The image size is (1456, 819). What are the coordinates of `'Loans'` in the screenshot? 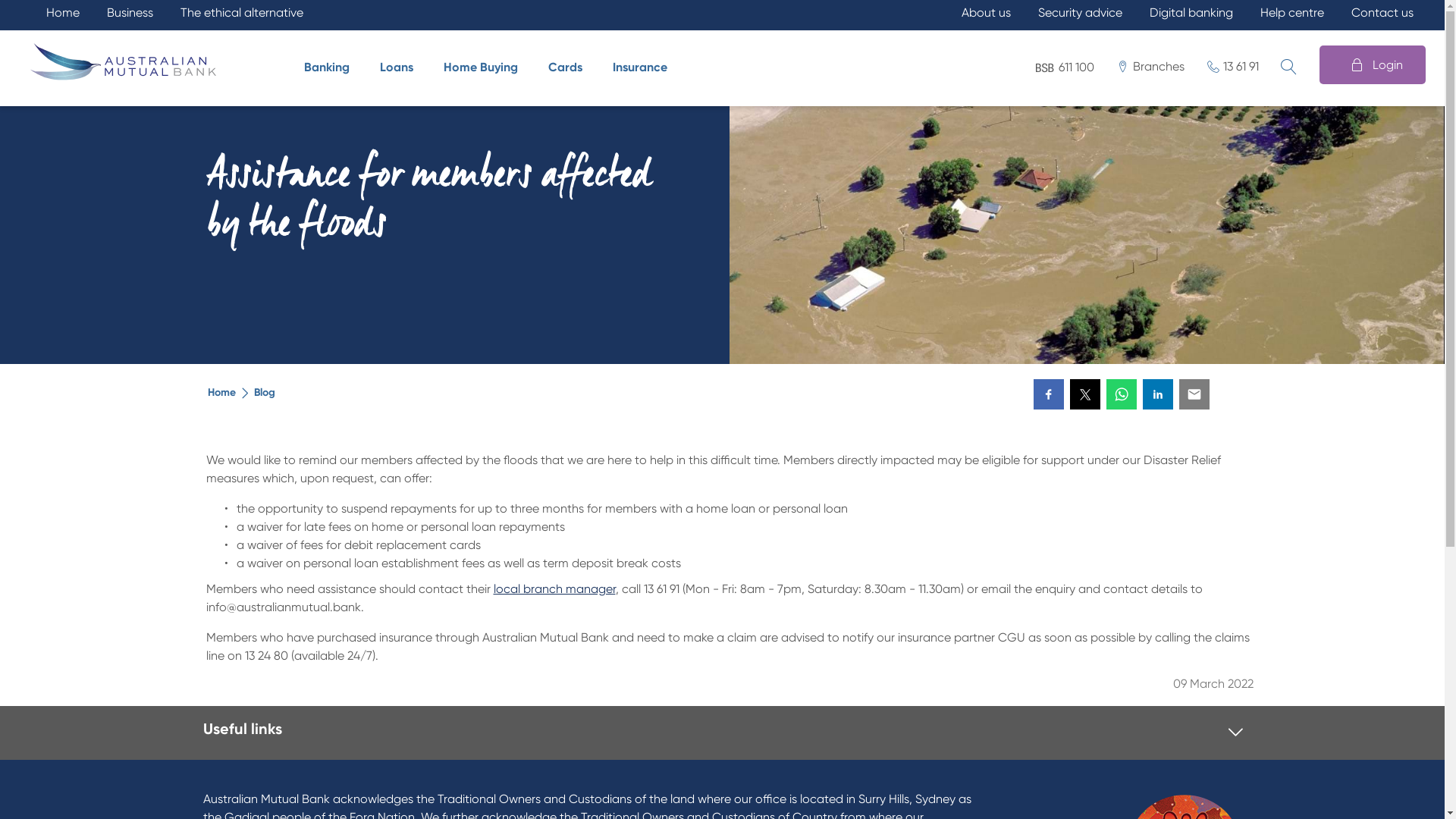 It's located at (400, 66).